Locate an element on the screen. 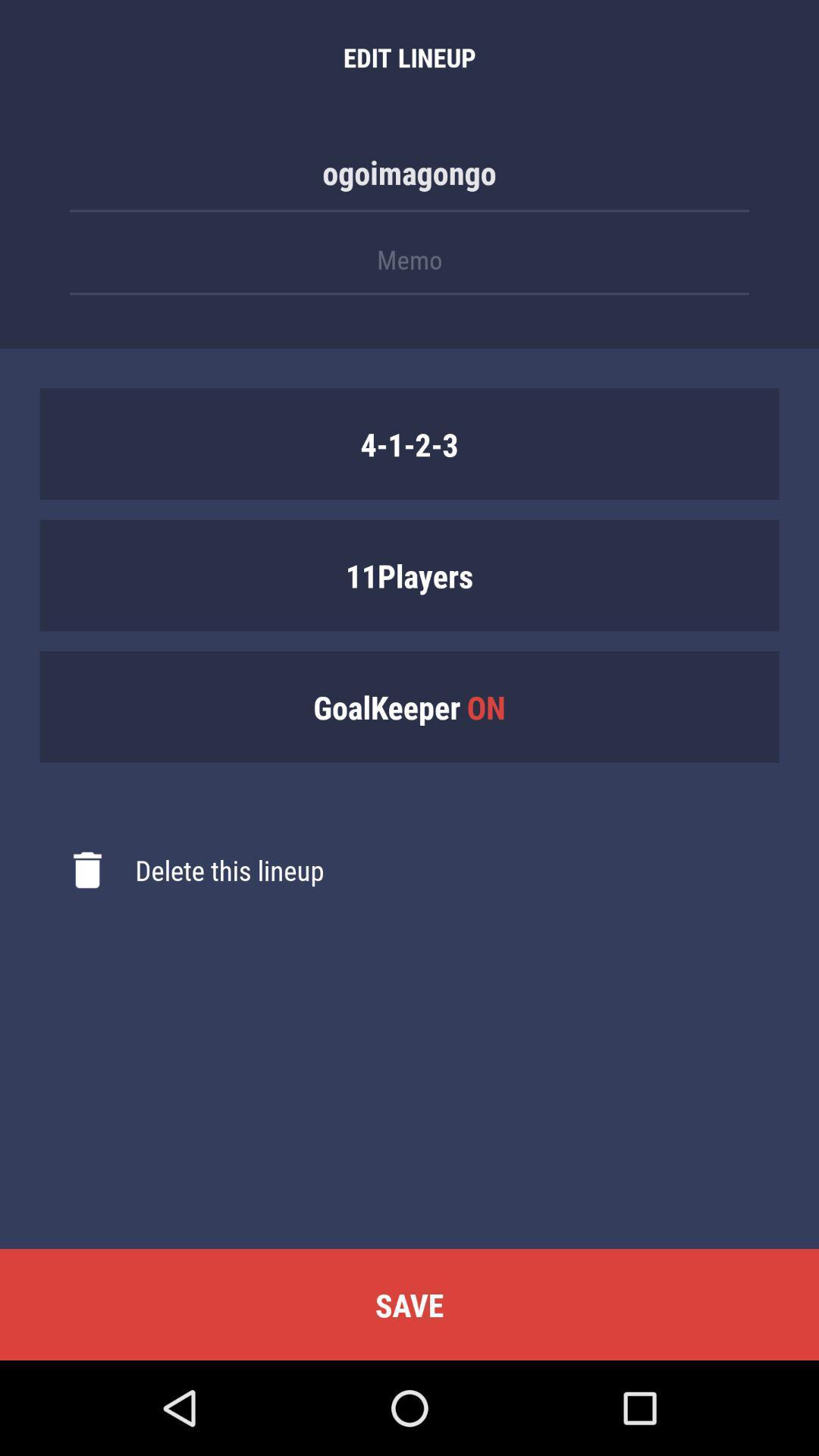 This screenshot has width=819, height=1456. ogoimagongo is located at coordinates (409, 180).